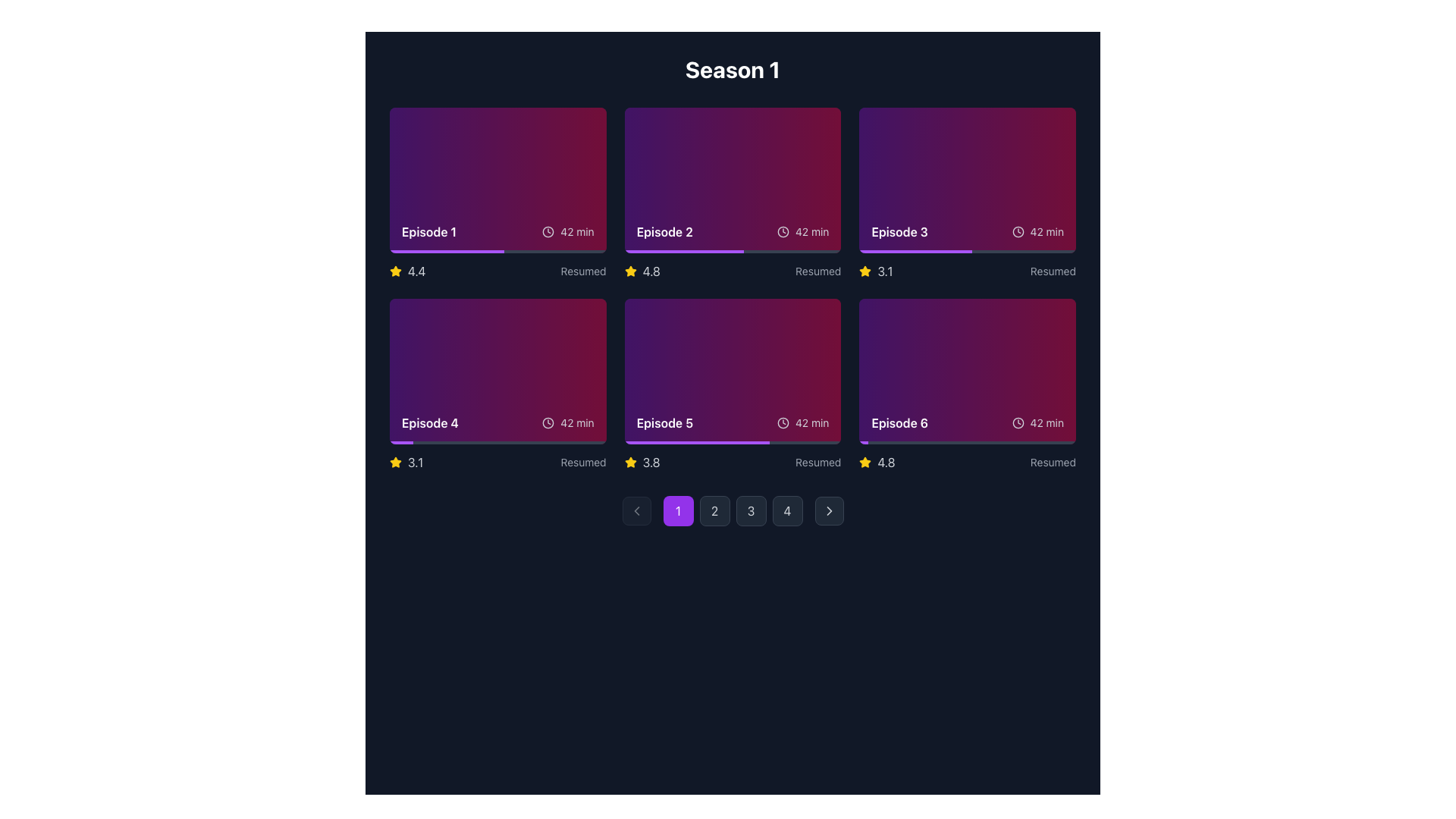 The image size is (1456, 819). I want to click on the yellow star icon under the 'Episode 2' label to interact with the rating system, so click(865, 270).